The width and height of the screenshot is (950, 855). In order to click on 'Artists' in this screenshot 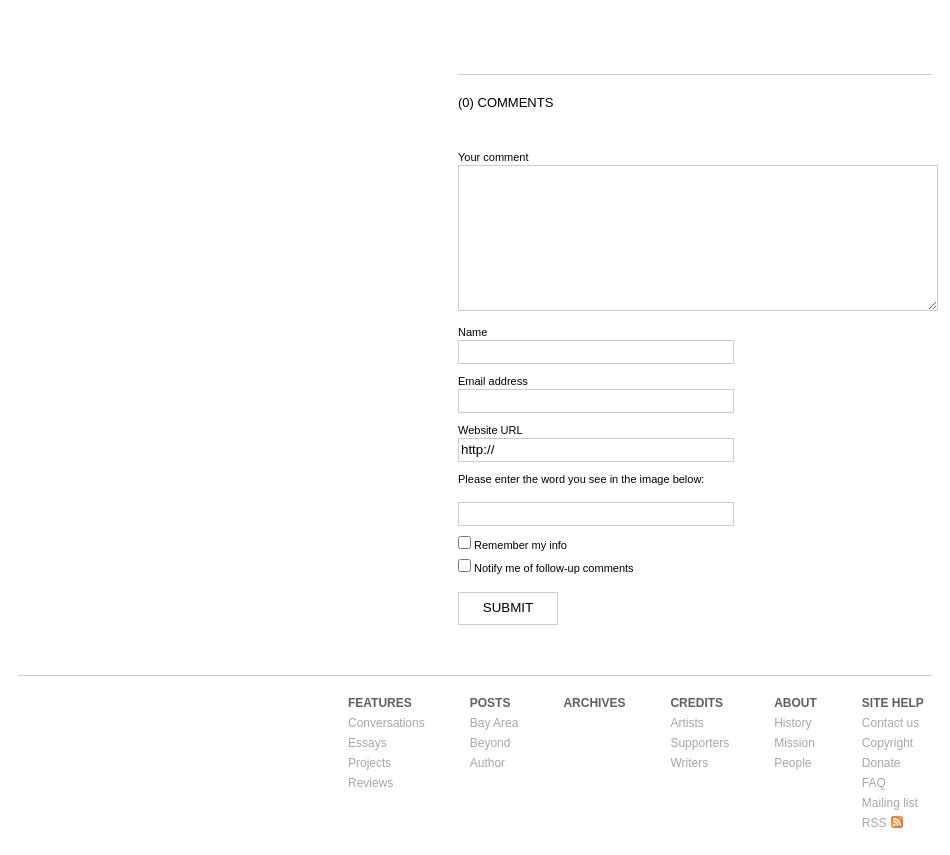, I will do `click(686, 720)`.